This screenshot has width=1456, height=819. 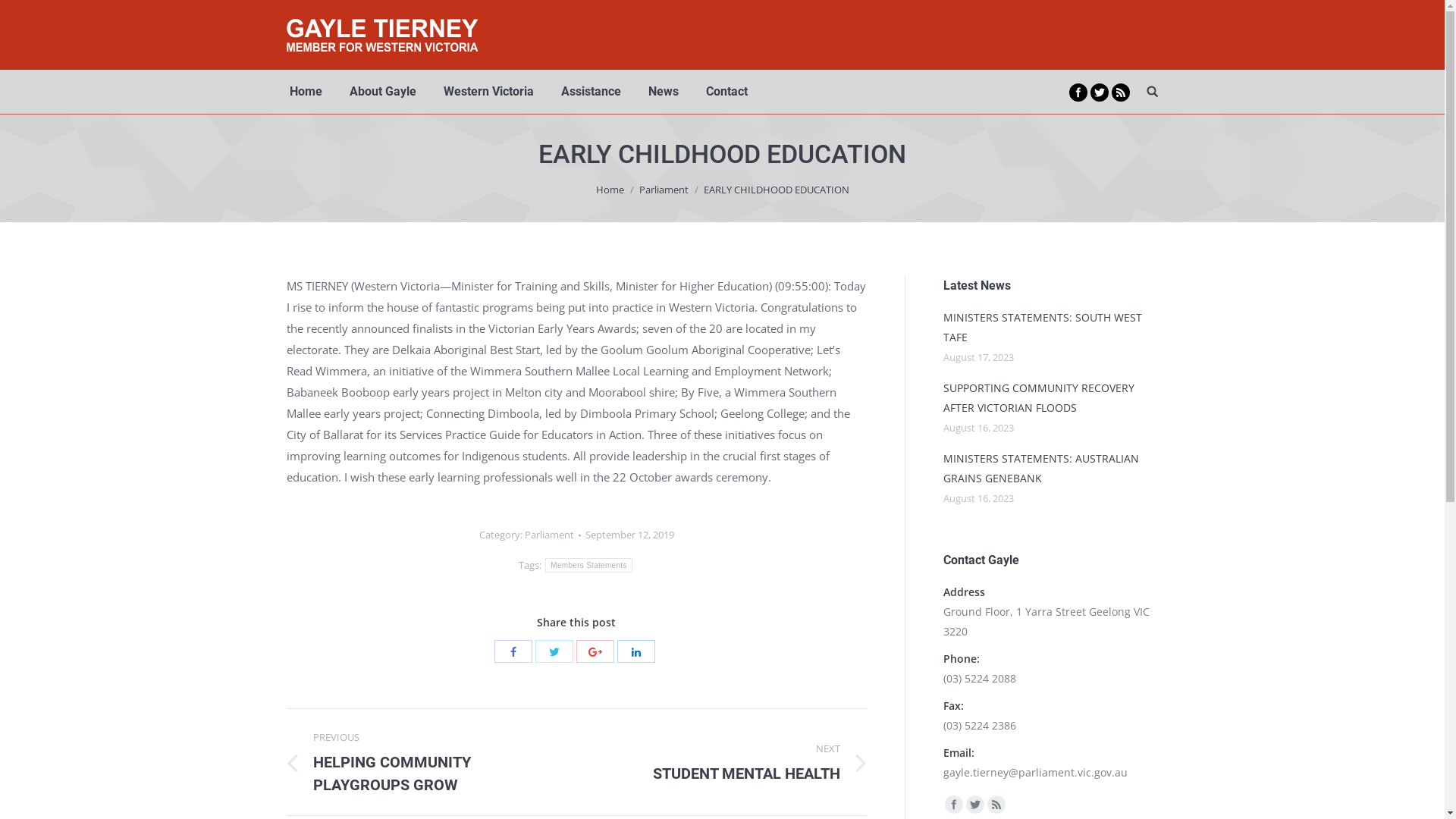 What do you see at coordinates (588, 565) in the screenshot?
I see `'Members Statements'` at bounding box center [588, 565].